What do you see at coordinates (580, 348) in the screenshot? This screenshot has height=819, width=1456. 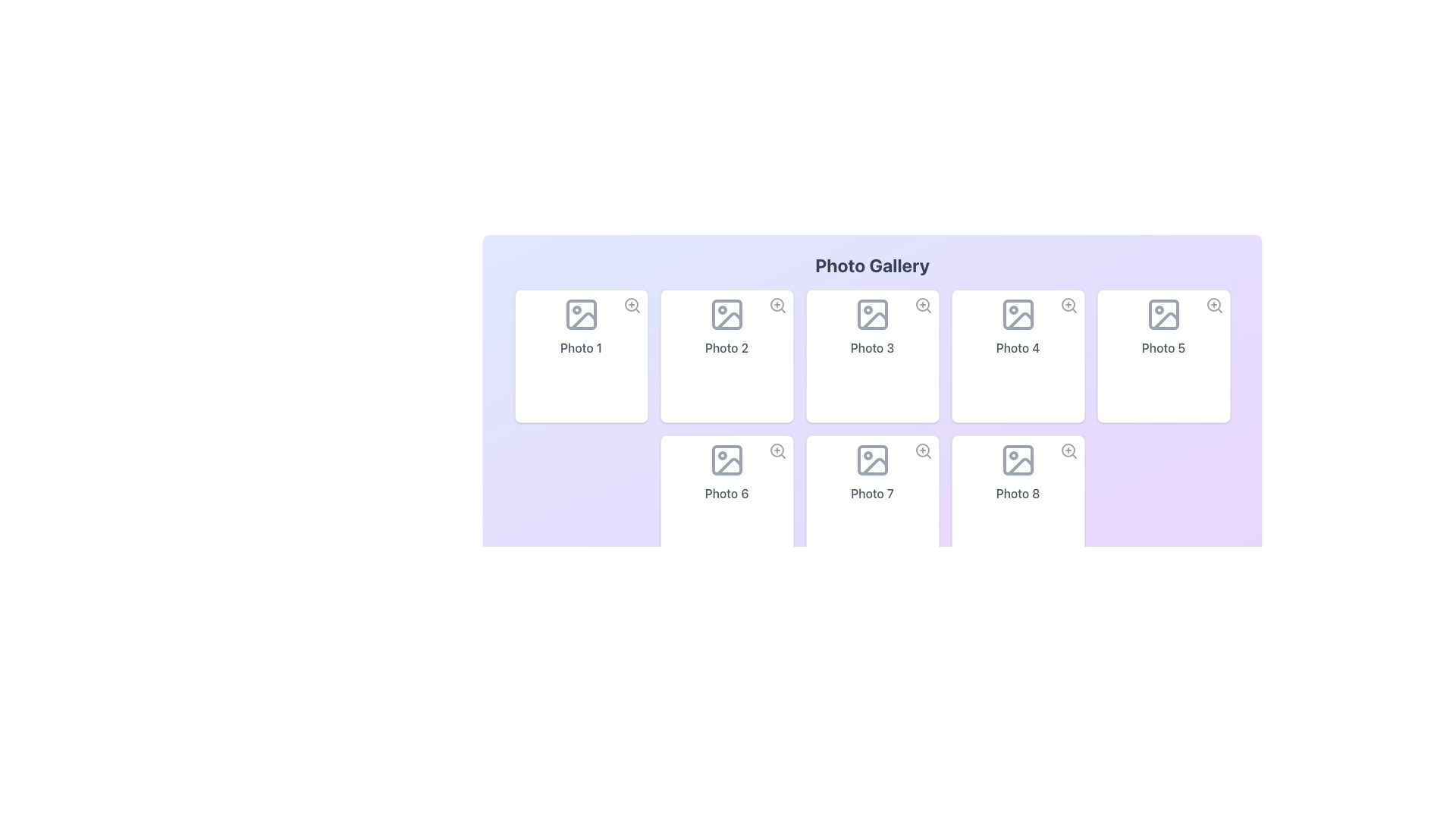 I see `the text label that describes the content of the first photo card in the gallery, located at the bottom of the card underneath the image and magnifying glass icons` at bounding box center [580, 348].